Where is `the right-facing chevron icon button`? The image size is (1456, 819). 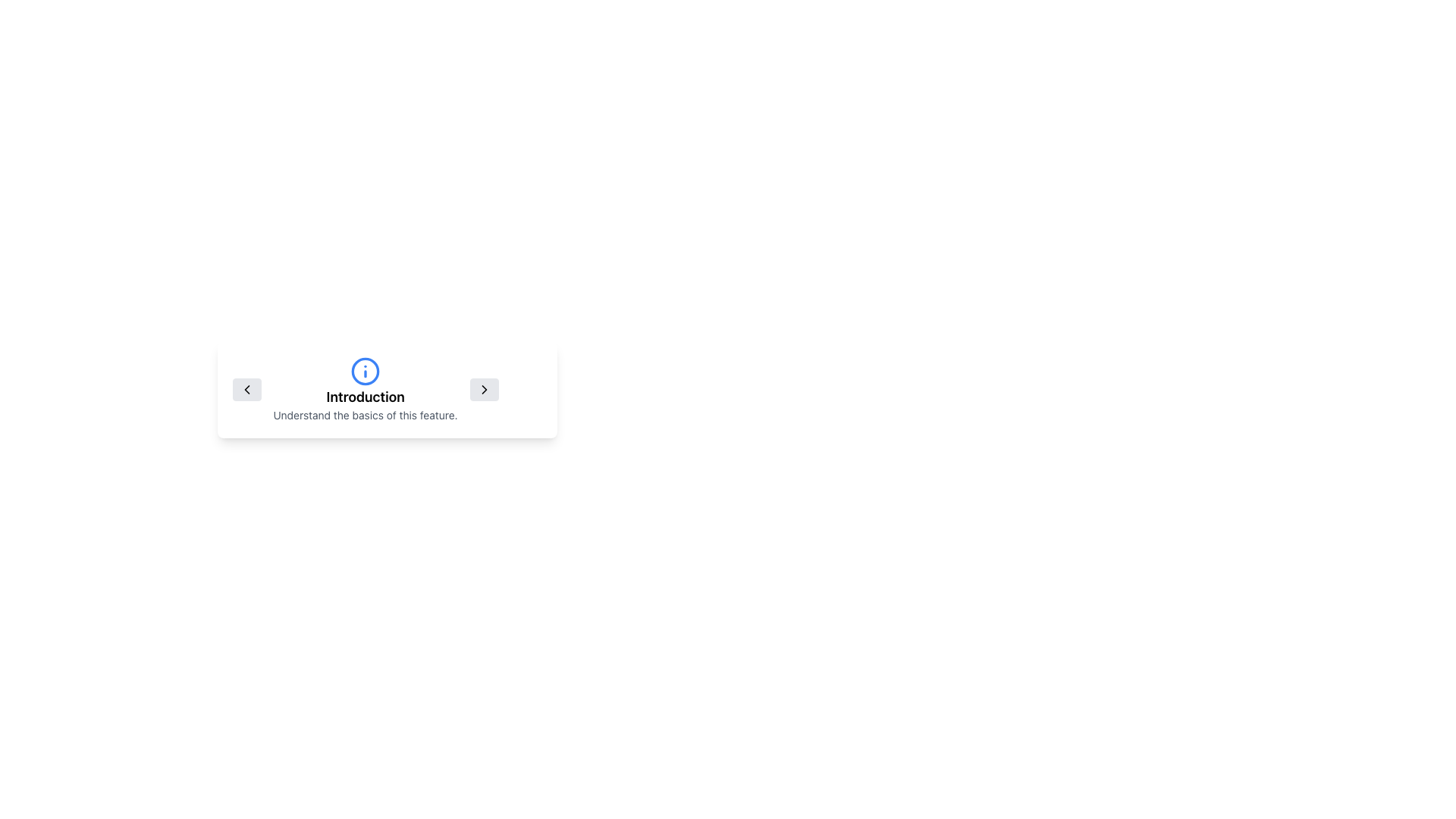 the right-facing chevron icon button is located at coordinates (483, 388).